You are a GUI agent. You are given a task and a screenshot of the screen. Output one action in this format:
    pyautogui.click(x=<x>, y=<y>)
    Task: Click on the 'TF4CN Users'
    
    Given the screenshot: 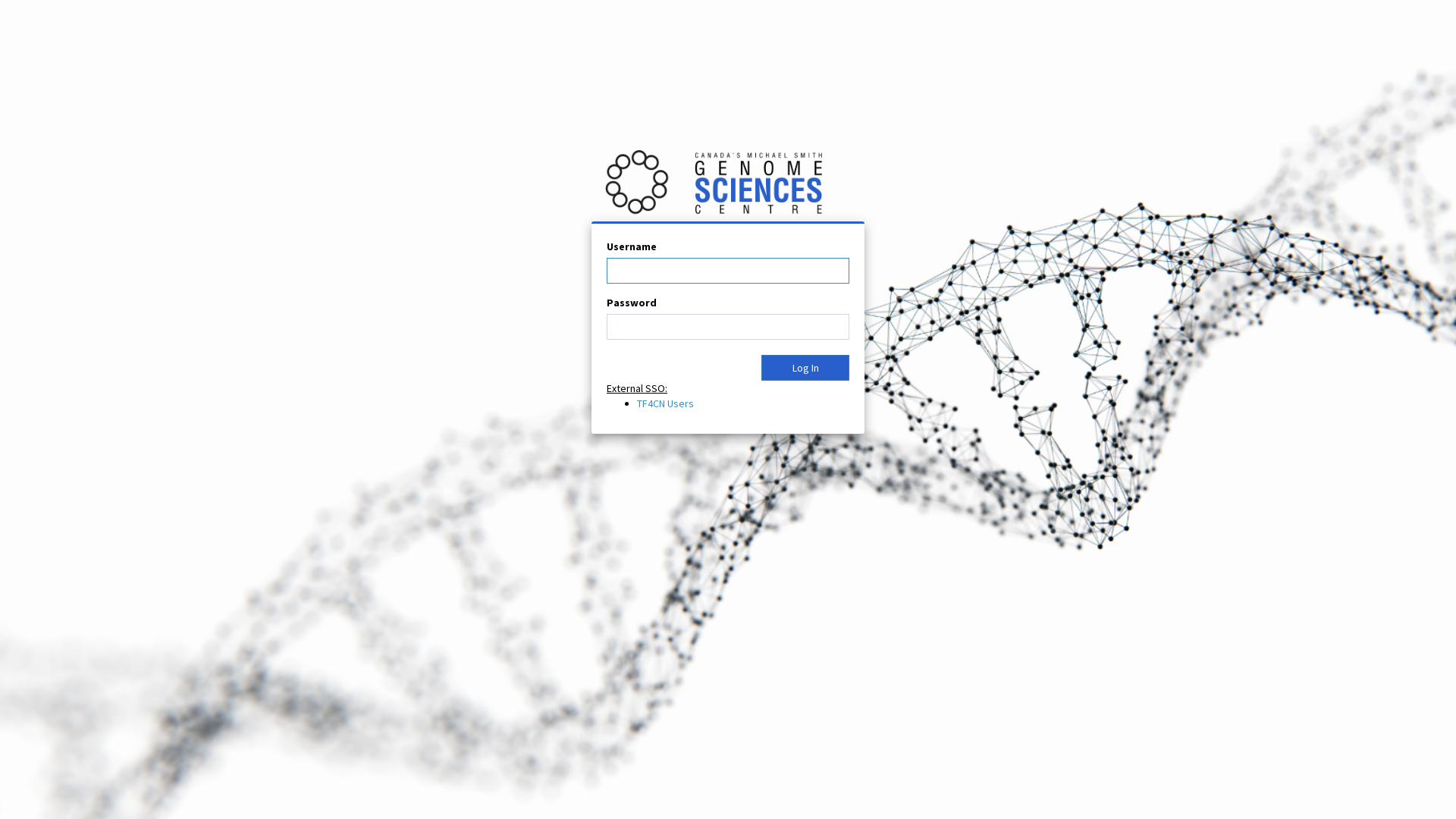 What is the action you would take?
    pyautogui.click(x=637, y=403)
    